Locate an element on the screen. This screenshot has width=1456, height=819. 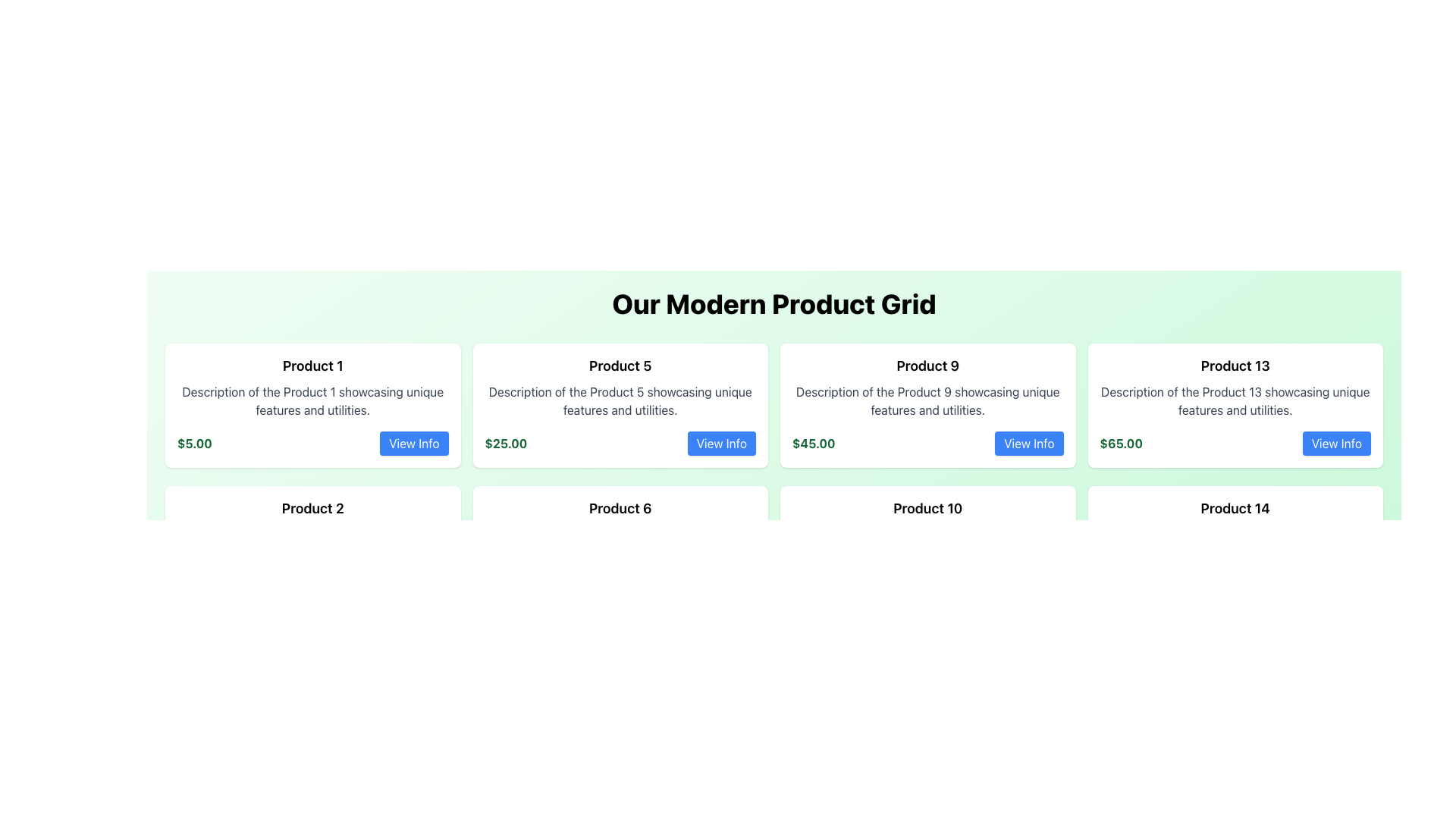
the text label displaying the price '$25.00' for 'Product 5', which is located to the left of the 'View Info' button is located at coordinates (506, 444).